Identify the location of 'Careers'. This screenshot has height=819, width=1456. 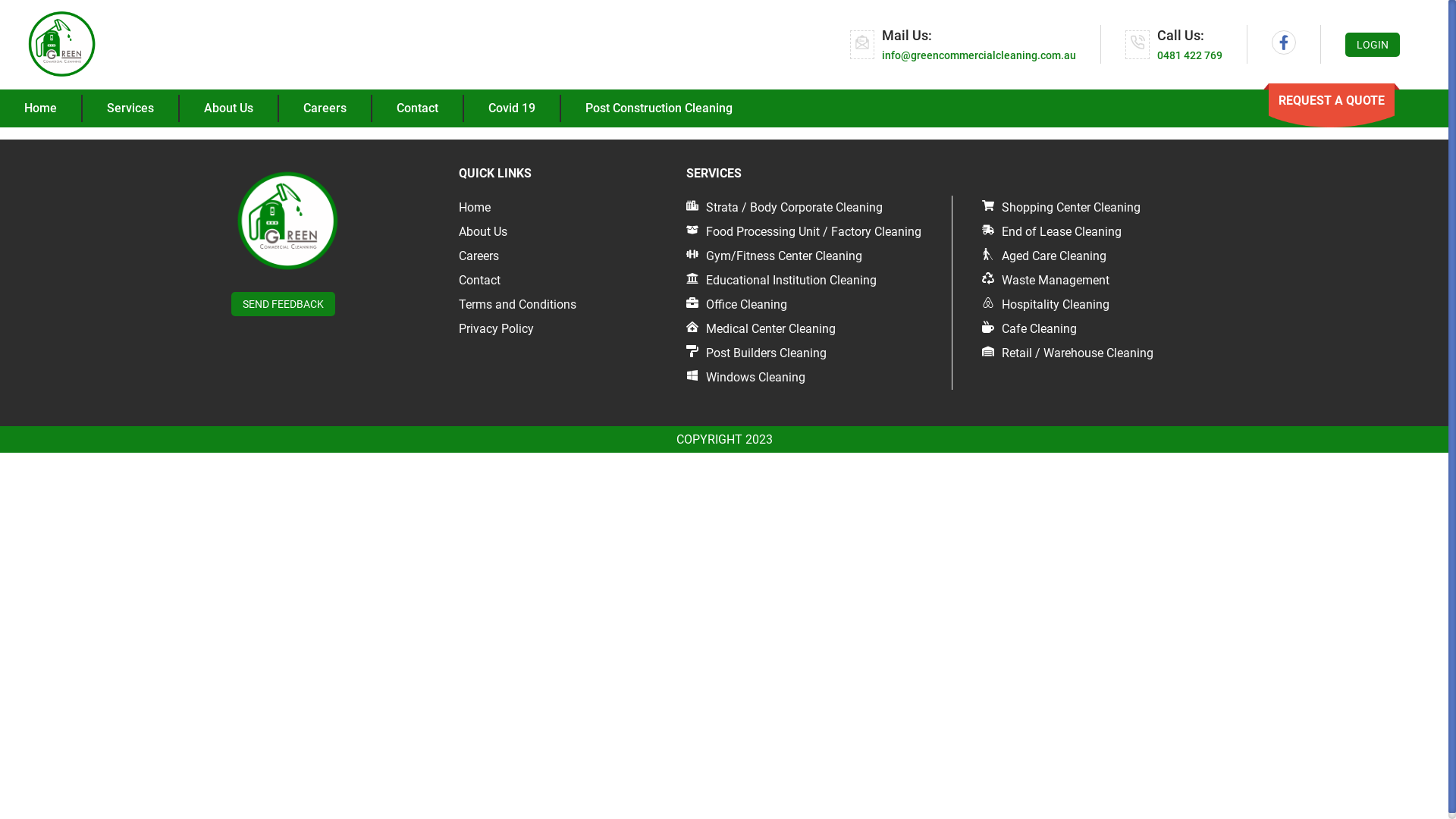
(478, 255).